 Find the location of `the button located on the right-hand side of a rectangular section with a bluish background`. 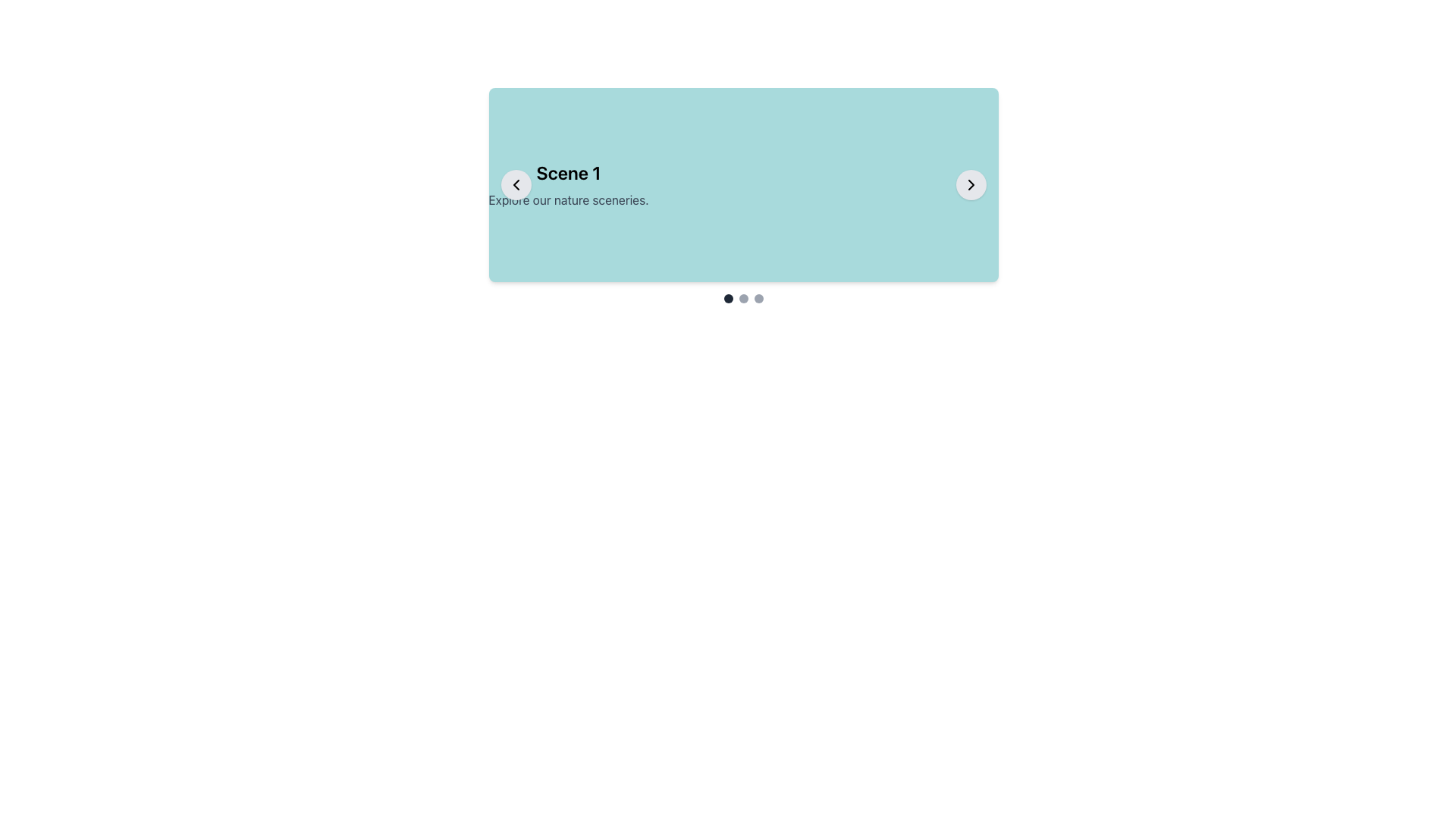

the button located on the right-hand side of a rectangular section with a bluish background is located at coordinates (971, 184).